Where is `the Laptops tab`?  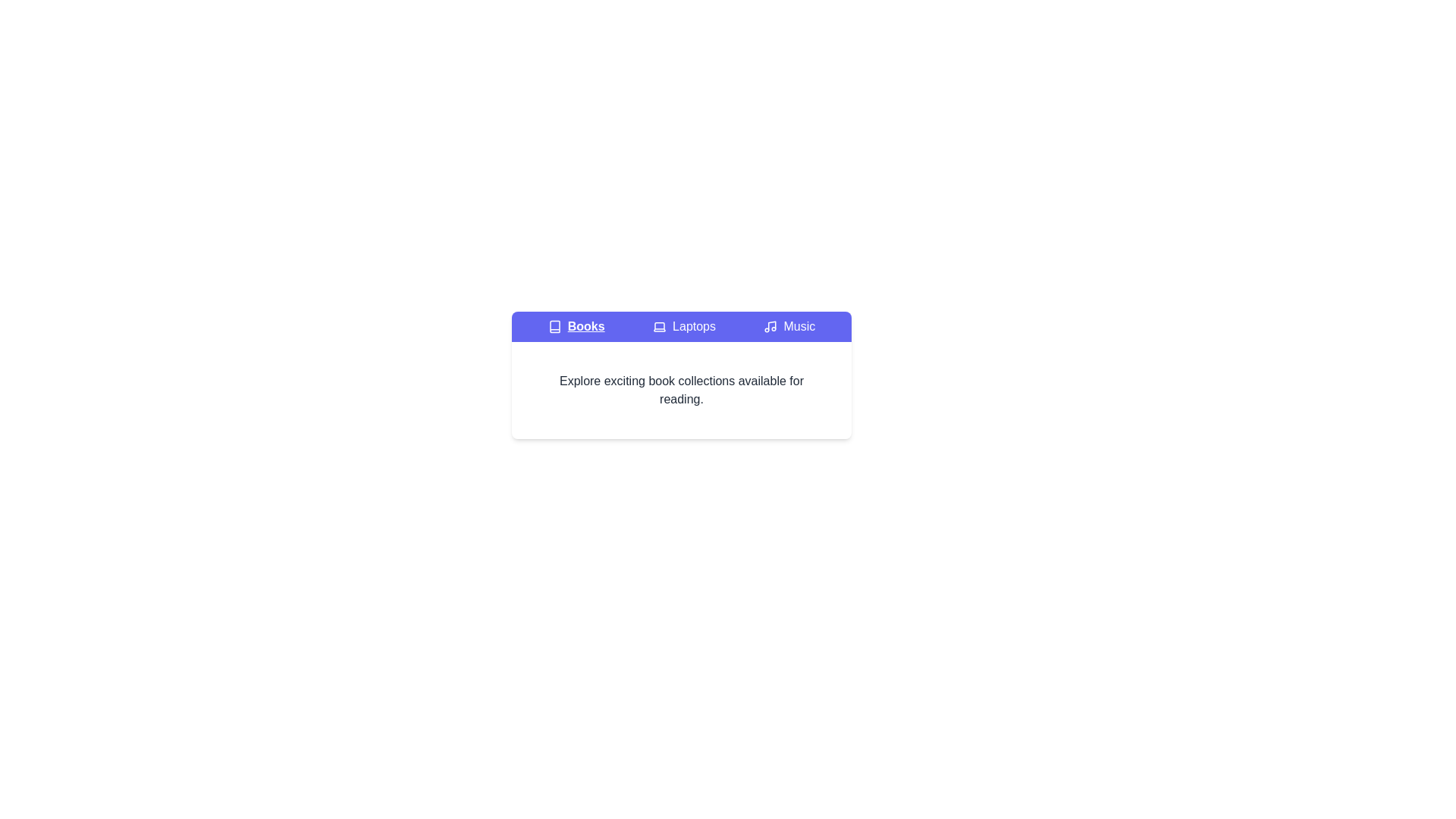 the Laptops tab is located at coordinates (683, 326).